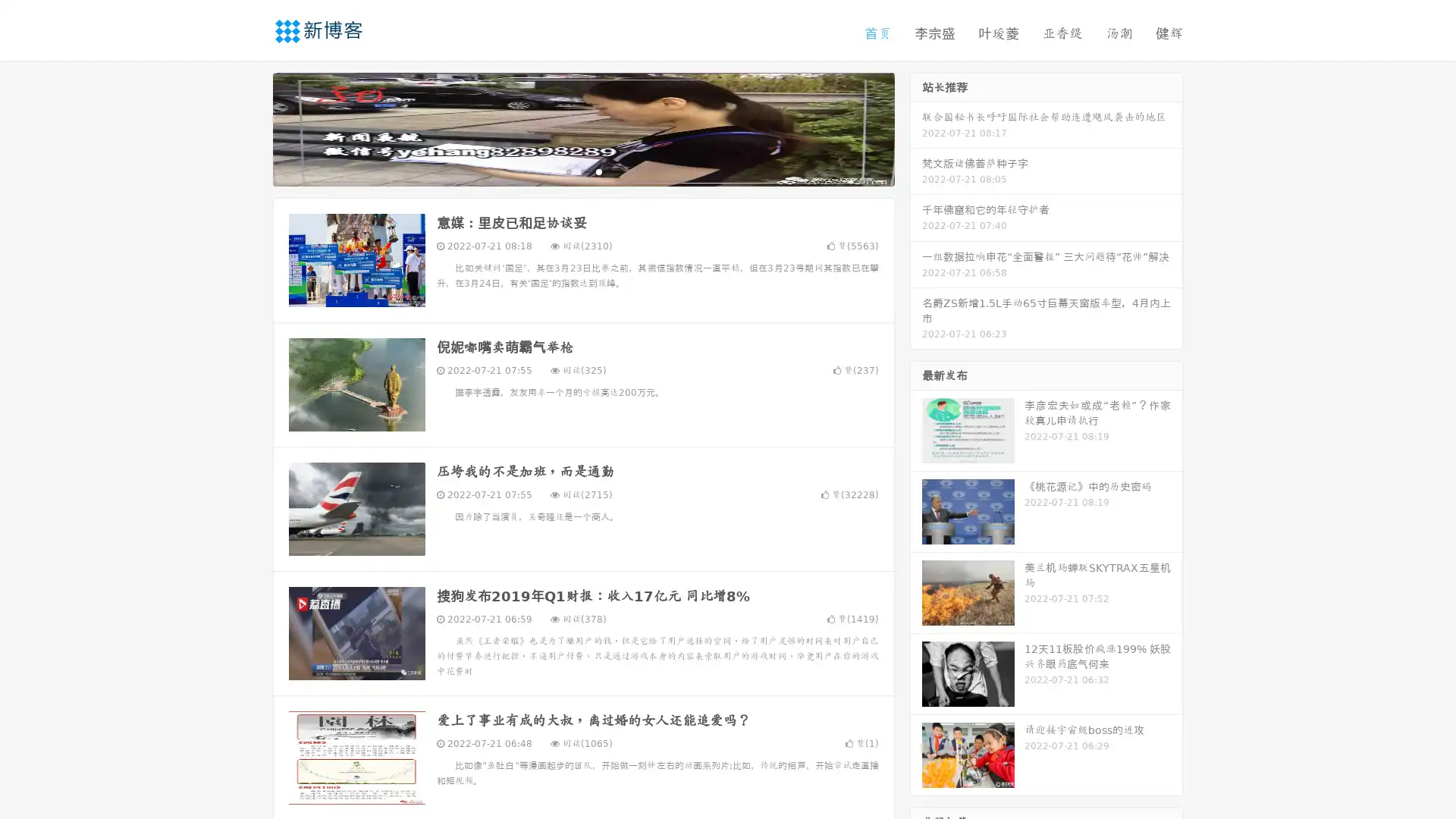 This screenshot has height=819, width=1456. I want to click on Go to slide 2, so click(582, 171).